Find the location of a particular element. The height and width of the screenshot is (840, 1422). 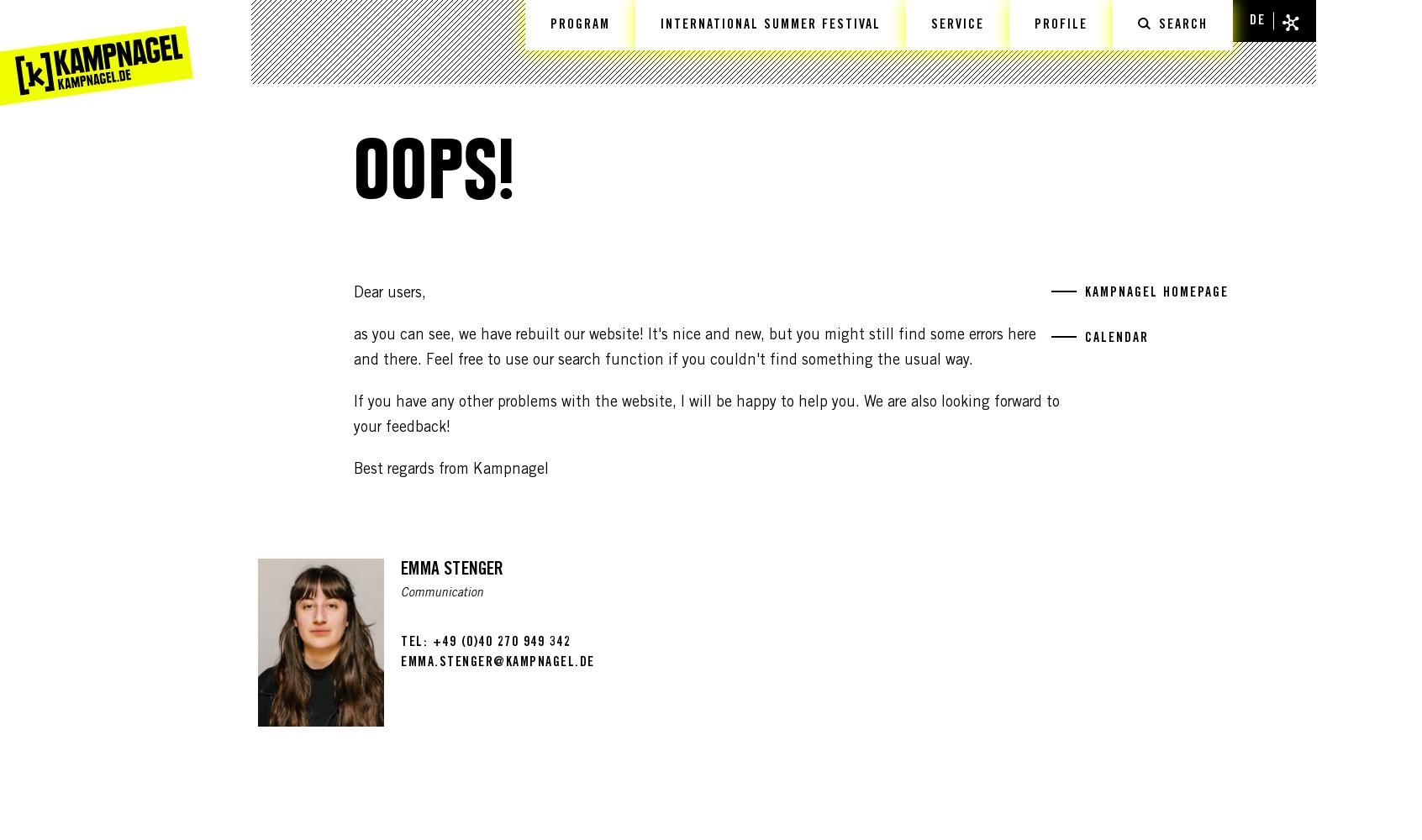

'Calendar' is located at coordinates (1116, 339).